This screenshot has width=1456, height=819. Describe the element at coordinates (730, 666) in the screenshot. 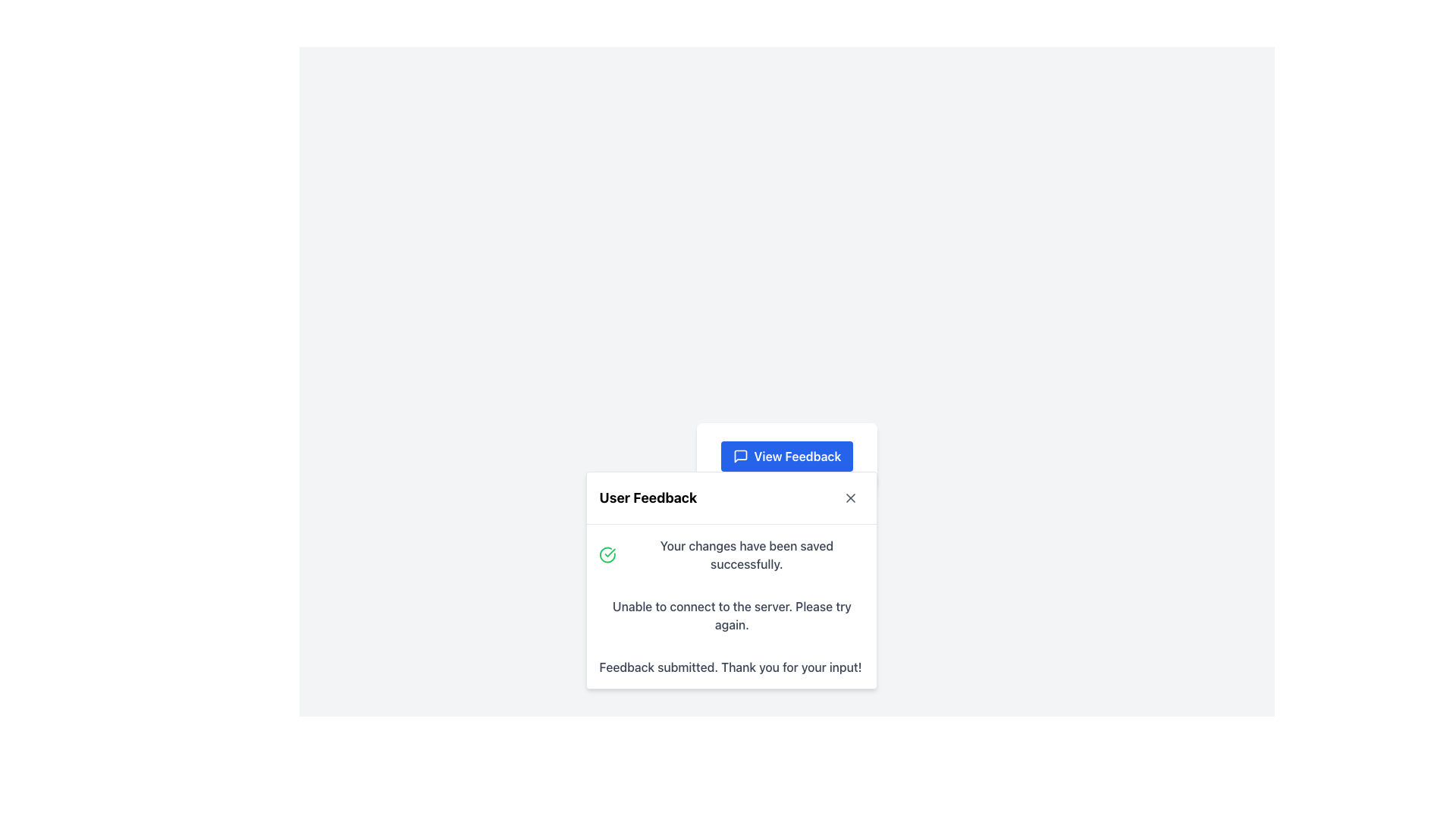

I see `success message from the static text label located at the bottom of the 'User Feedback' dialog box` at that location.